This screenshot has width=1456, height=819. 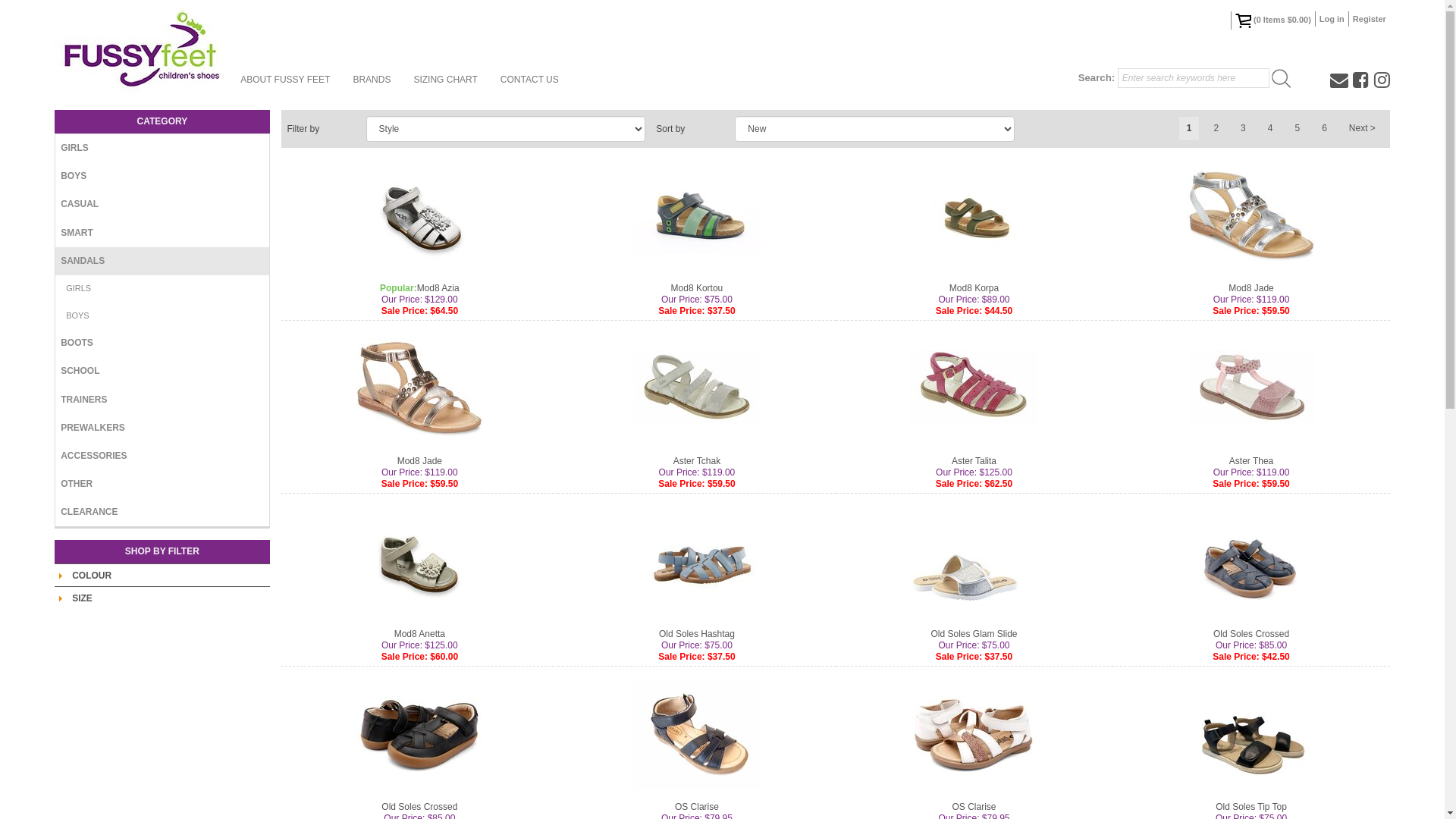 What do you see at coordinates (419, 561) in the screenshot?
I see `'Mod8 Anetta-sandals-Fussy Feet - Childrens Shoes'` at bounding box center [419, 561].